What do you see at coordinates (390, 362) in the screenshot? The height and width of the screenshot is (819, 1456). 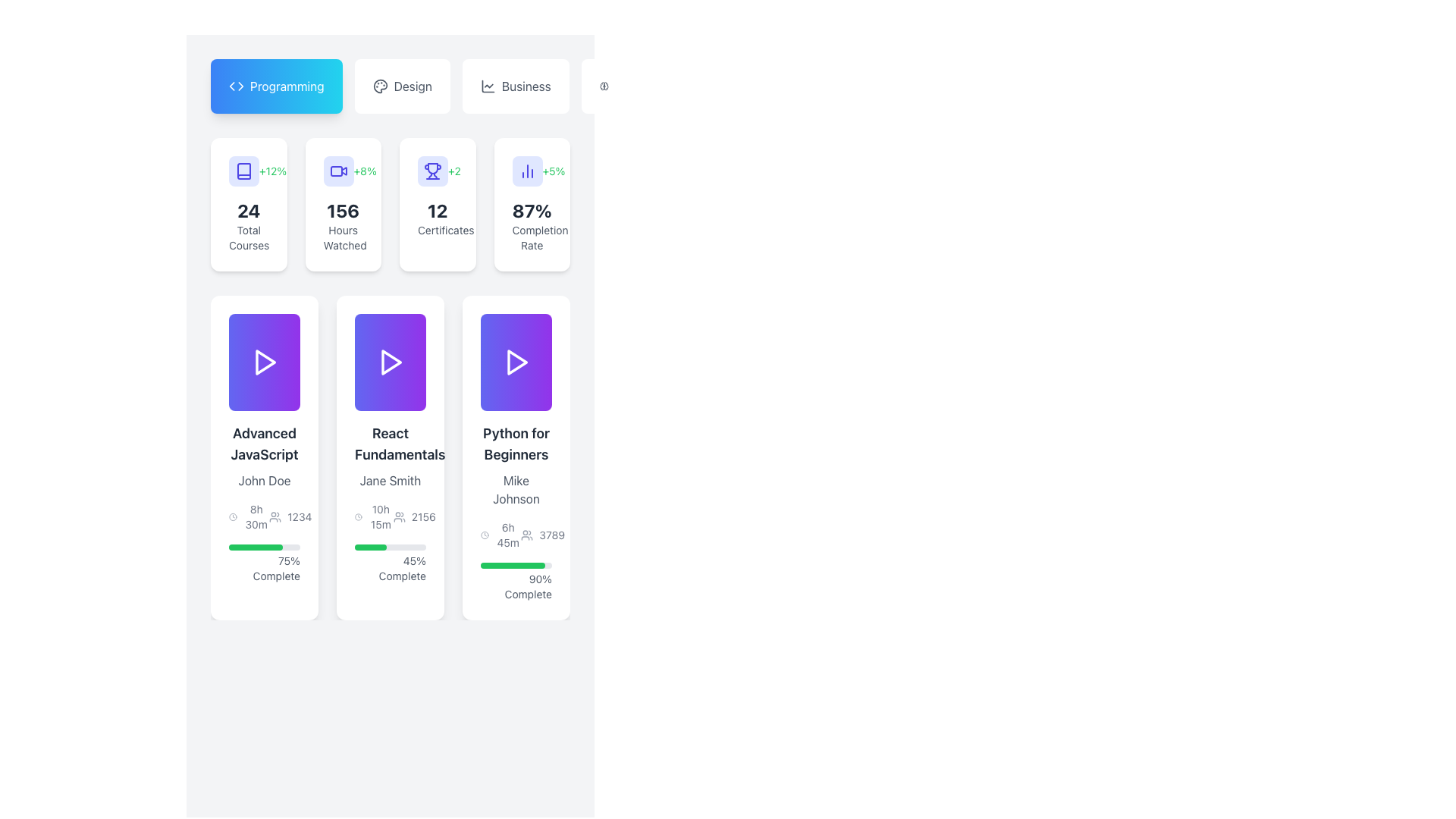 I see `the media playback icon centered within the second card labeled 'React Fundamentals'` at bounding box center [390, 362].